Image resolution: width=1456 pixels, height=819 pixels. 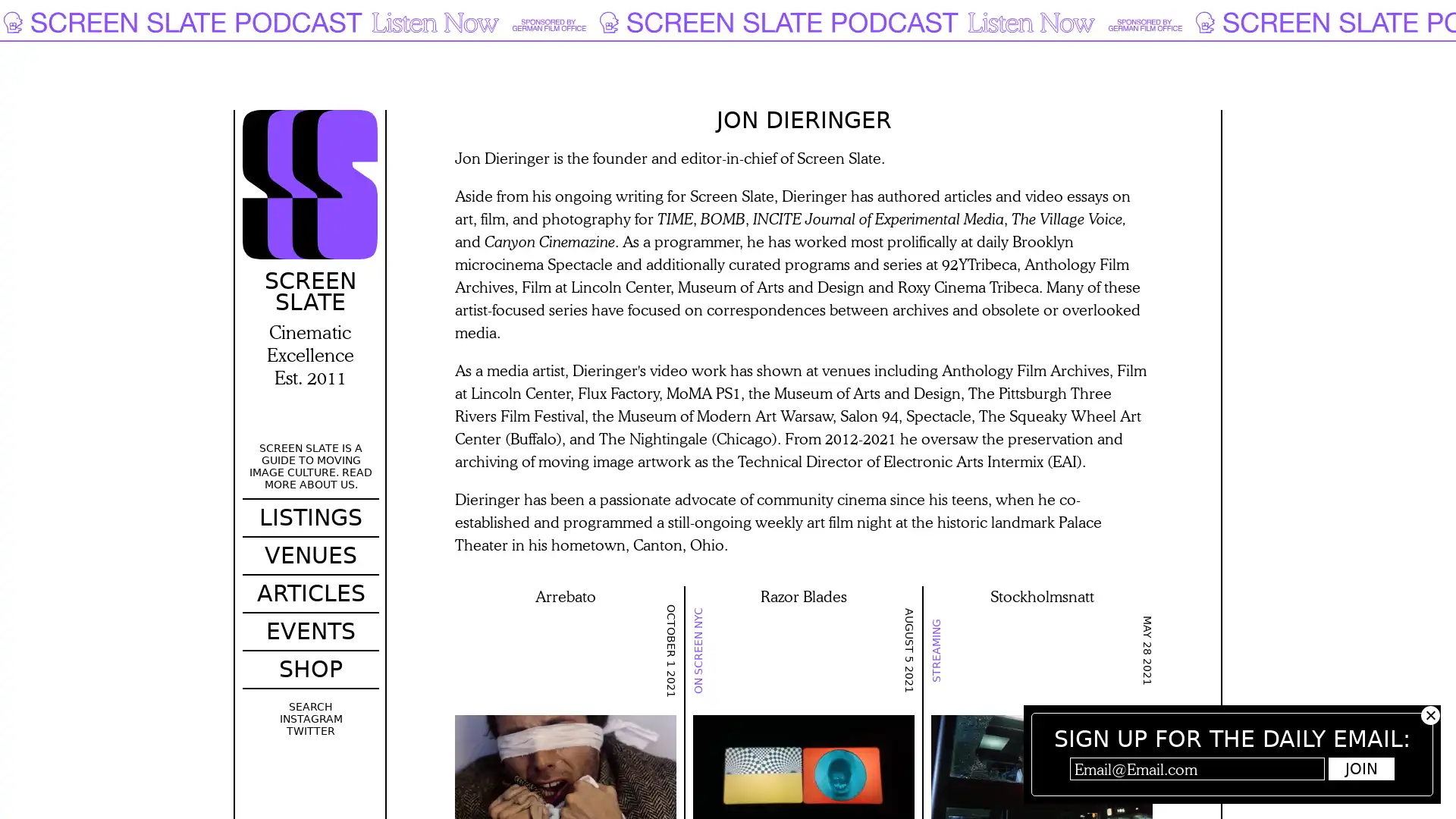 I want to click on Join, so click(x=1361, y=769).